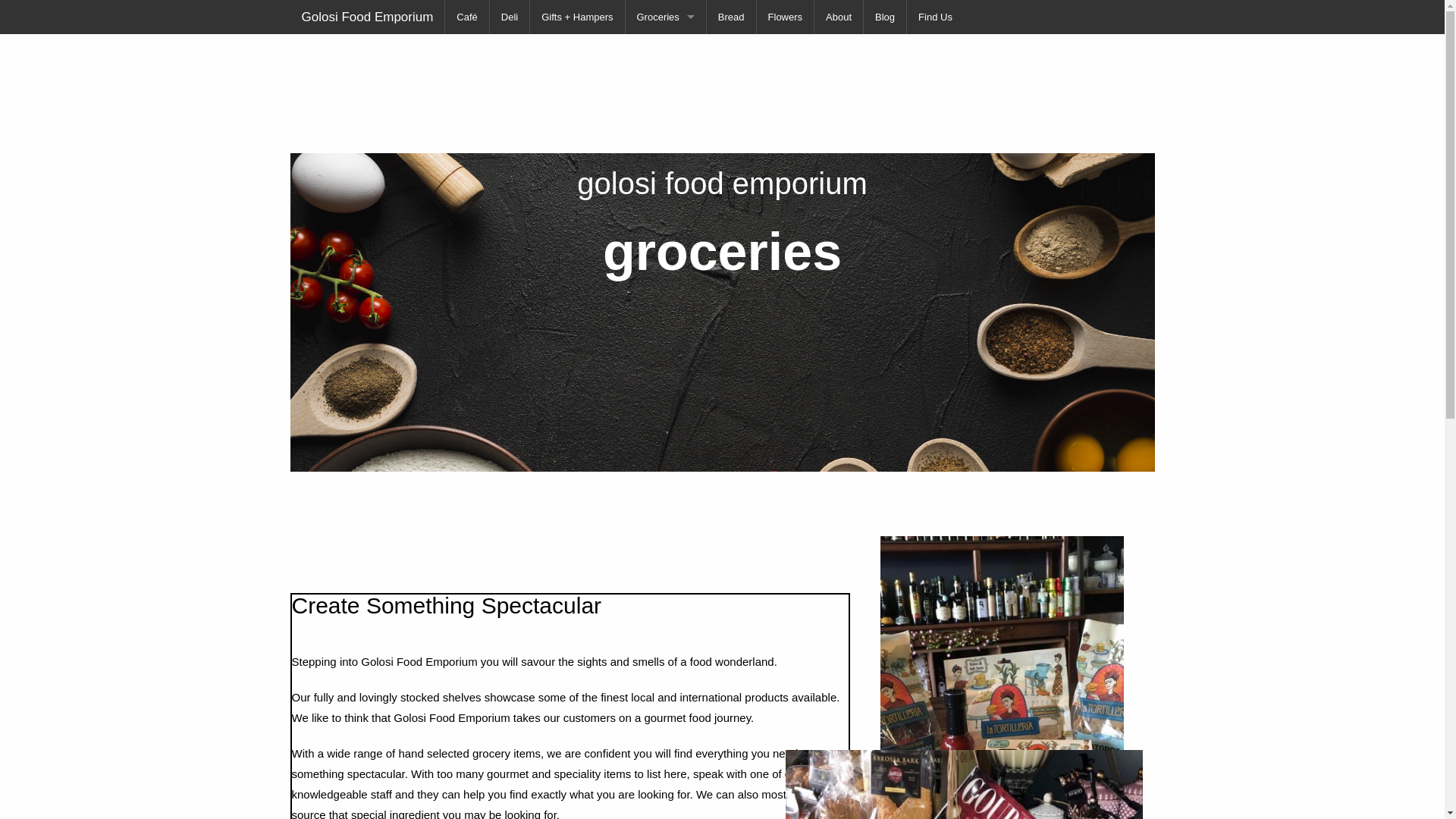 The image size is (1456, 819). I want to click on 'Find Us', so click(906, 17).